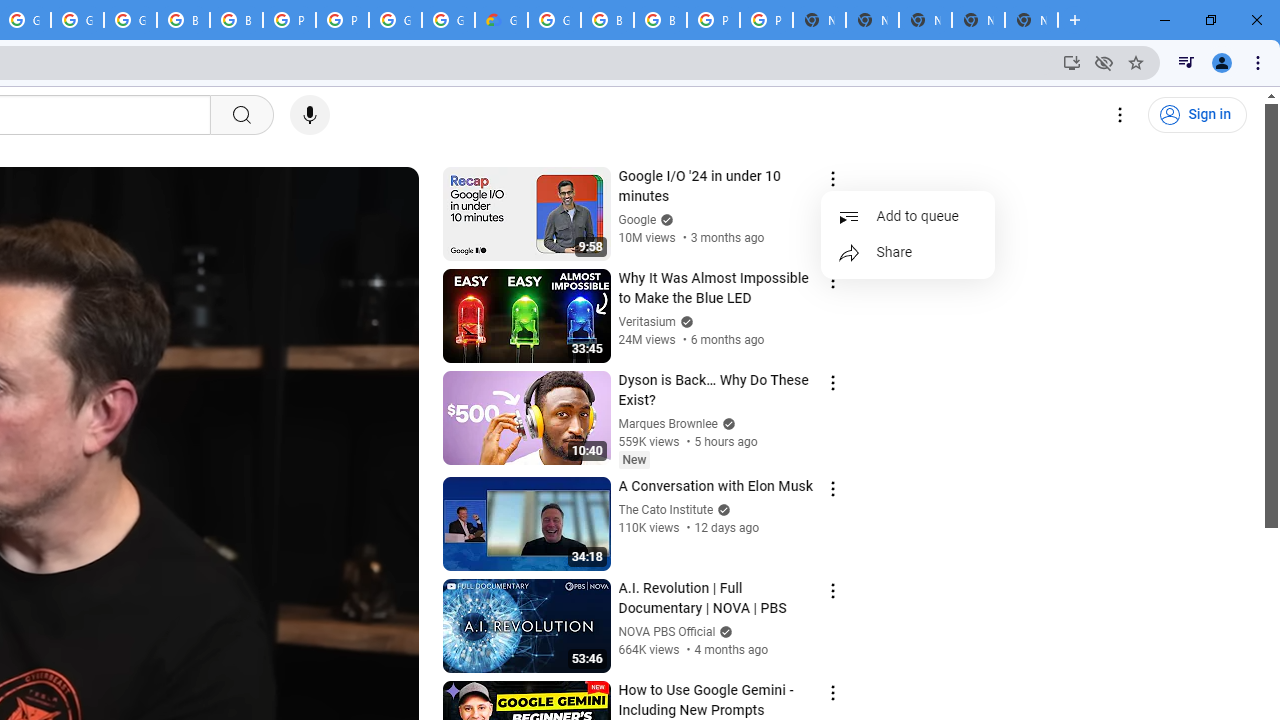 The width and height of the screenshot is (1280, 720). What do you see at coordinates (308, 115) in the screenshot?
I see `'Search with your voice'` at bounding box center [308, 115].